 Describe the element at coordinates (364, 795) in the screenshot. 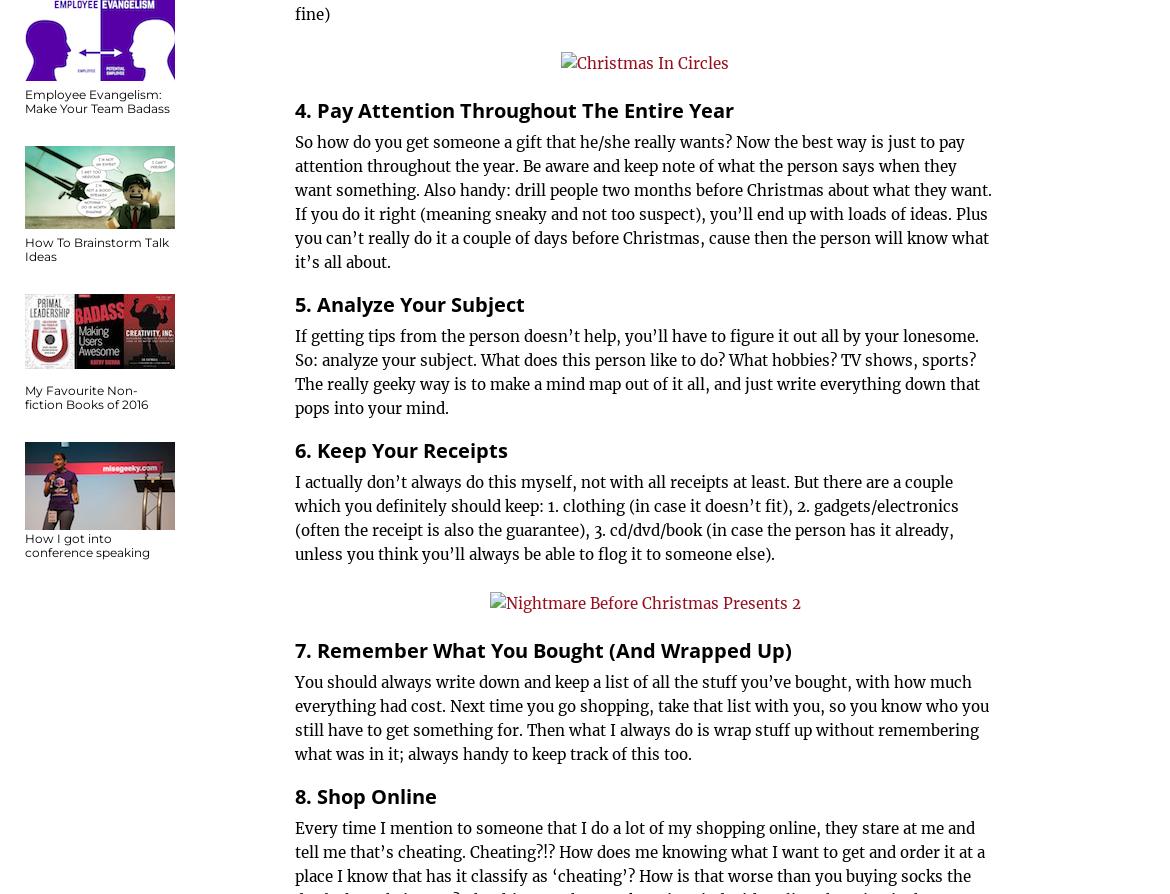

I see `'8. Shop Online'` at that location.